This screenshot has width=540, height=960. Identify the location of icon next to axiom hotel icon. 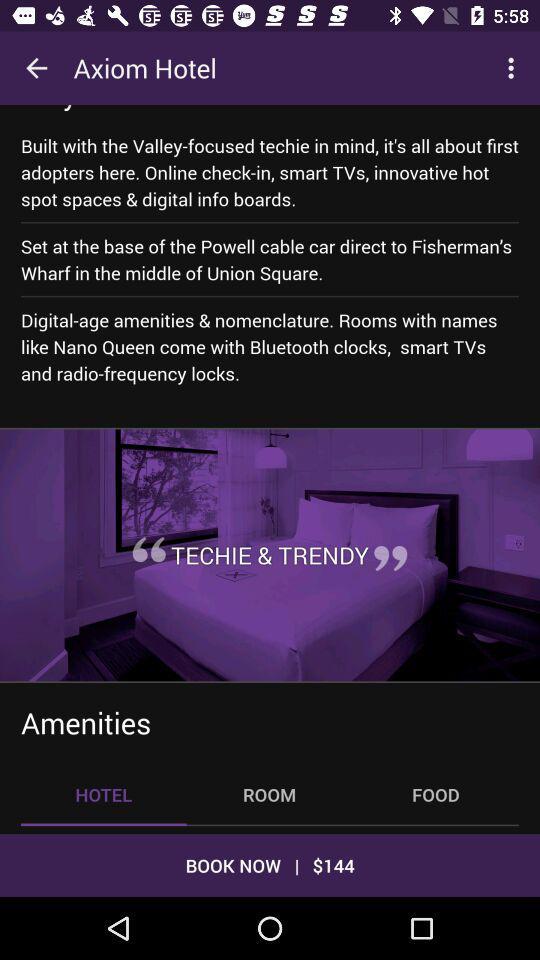
(36, 68).